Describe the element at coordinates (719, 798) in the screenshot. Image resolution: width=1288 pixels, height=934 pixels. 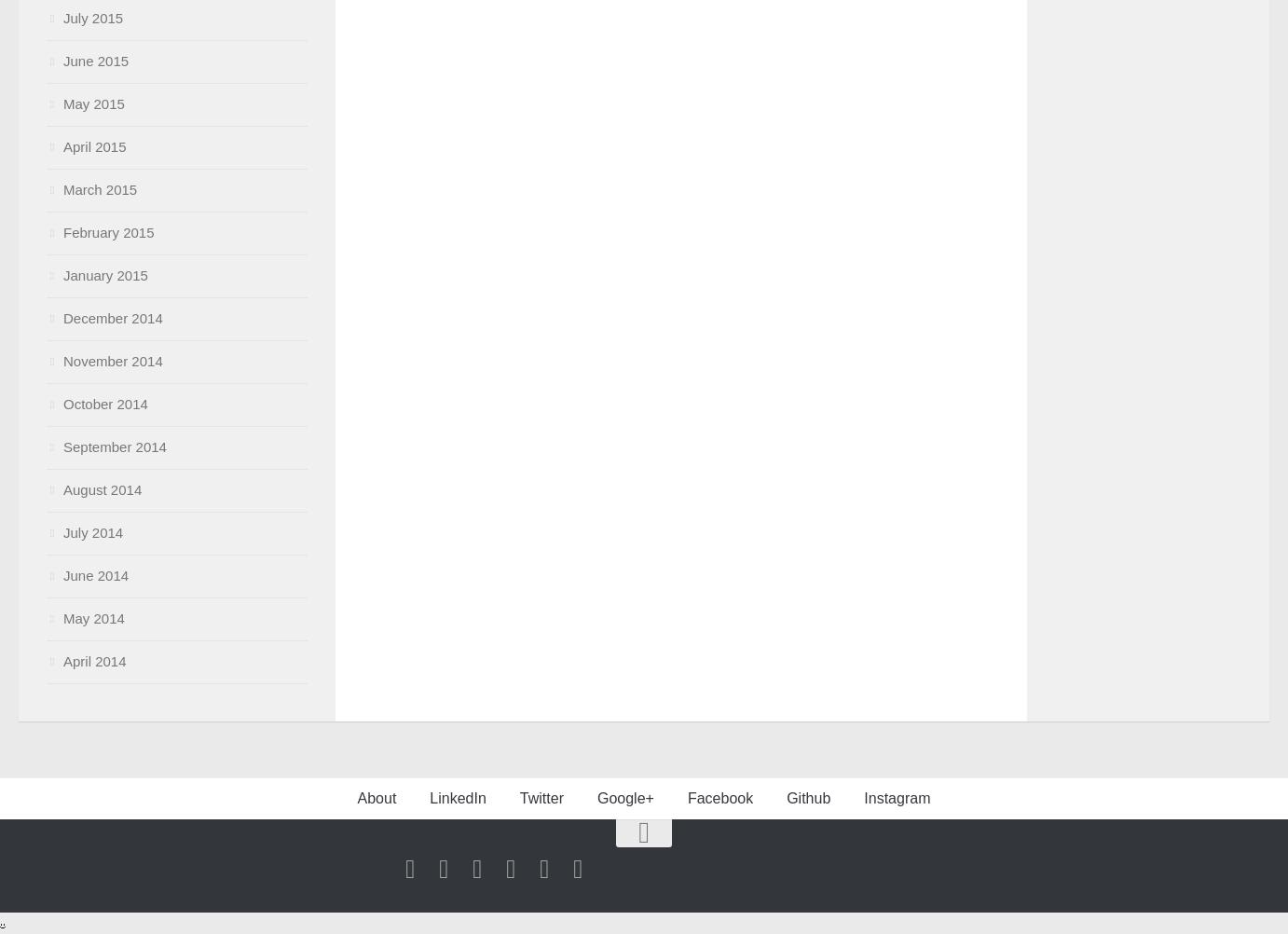
I see `'Facebook'` at that location.